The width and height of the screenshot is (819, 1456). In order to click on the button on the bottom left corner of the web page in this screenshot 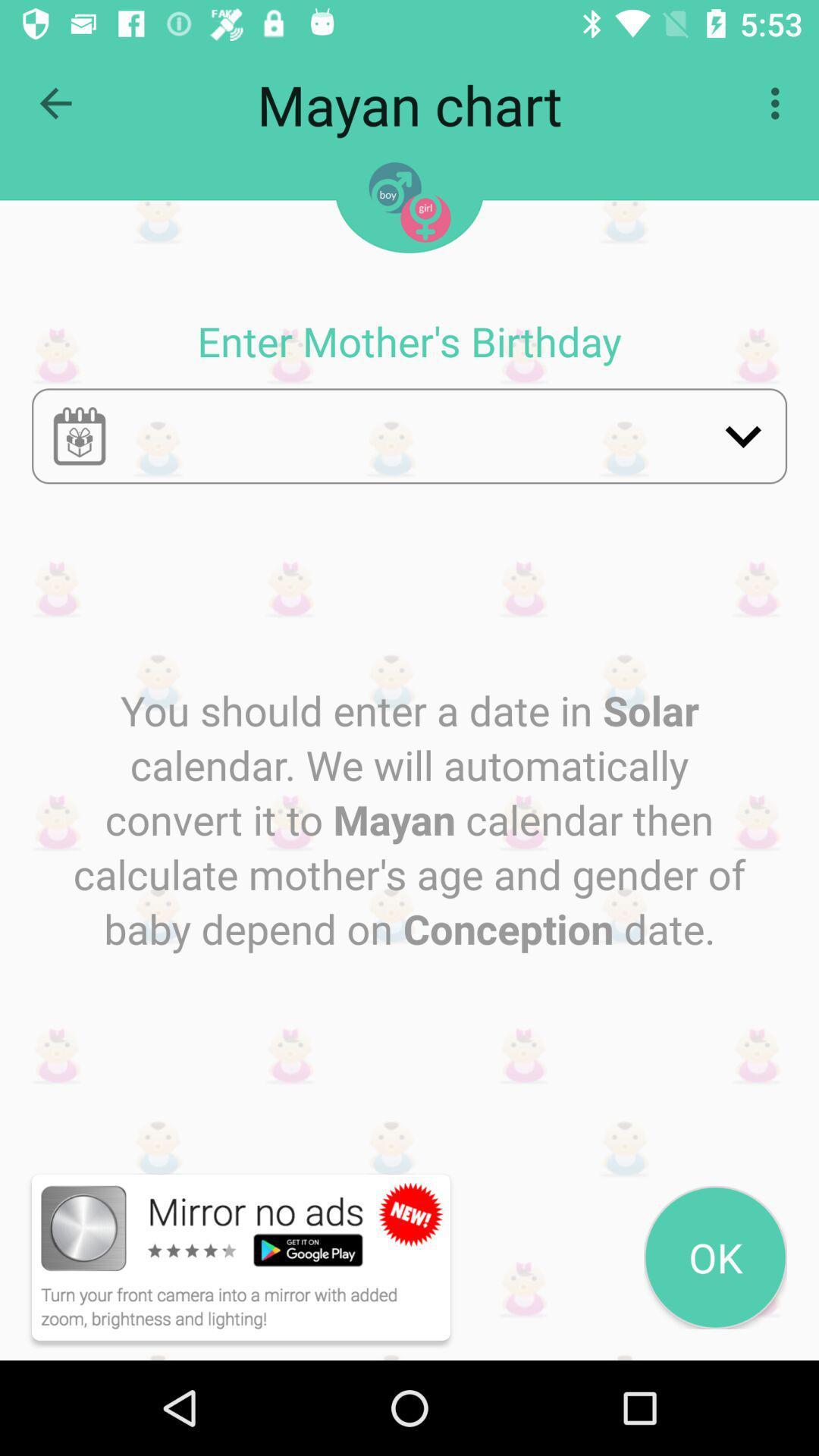, I will do `click(221, 1257)`.